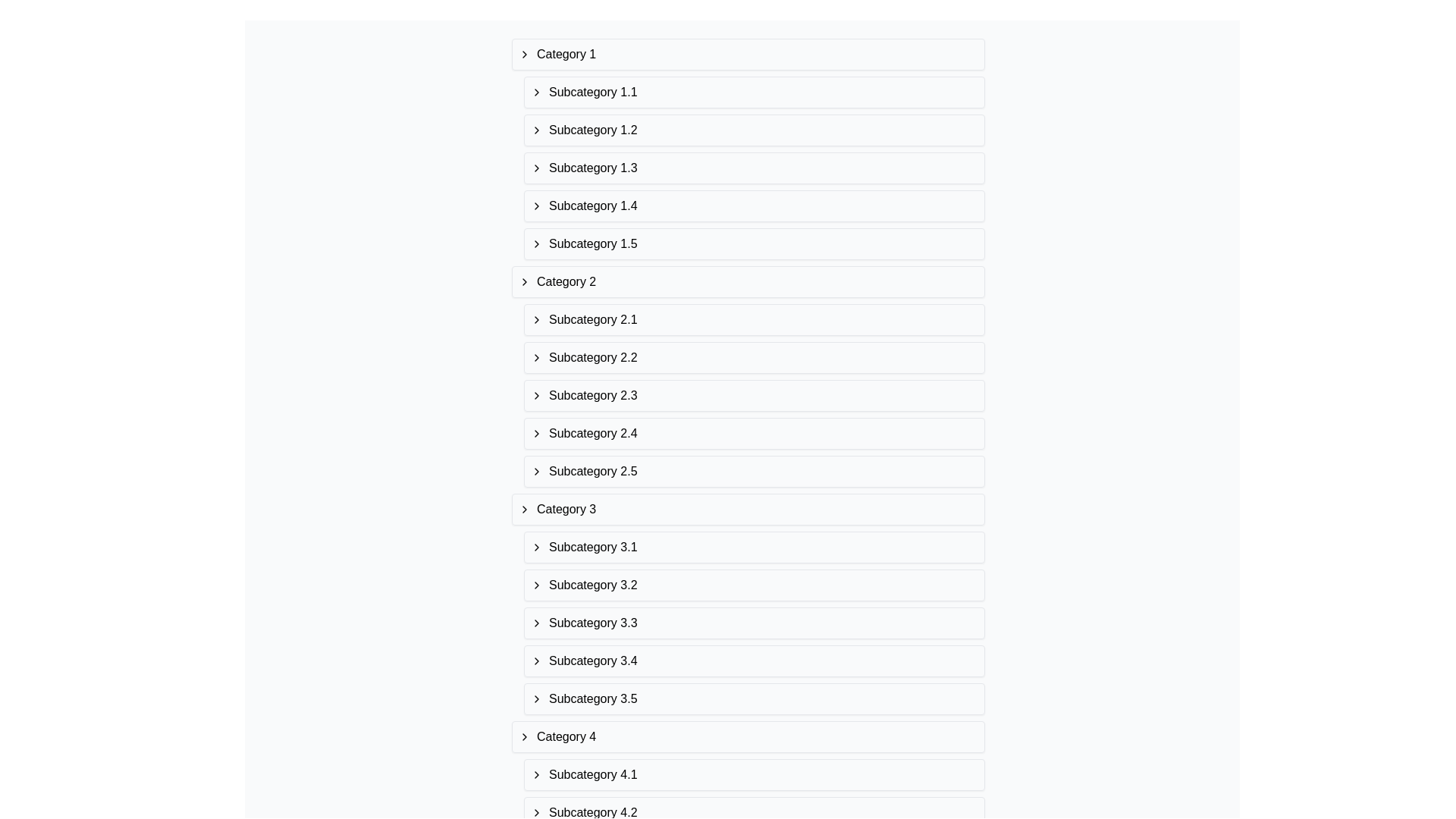 Image resolution: width=1456 pixels, height=819 pixels. I want to click on the rightward-pointing chevron icon located next to the text 'Subcategory 2.4', so click(537, 433).